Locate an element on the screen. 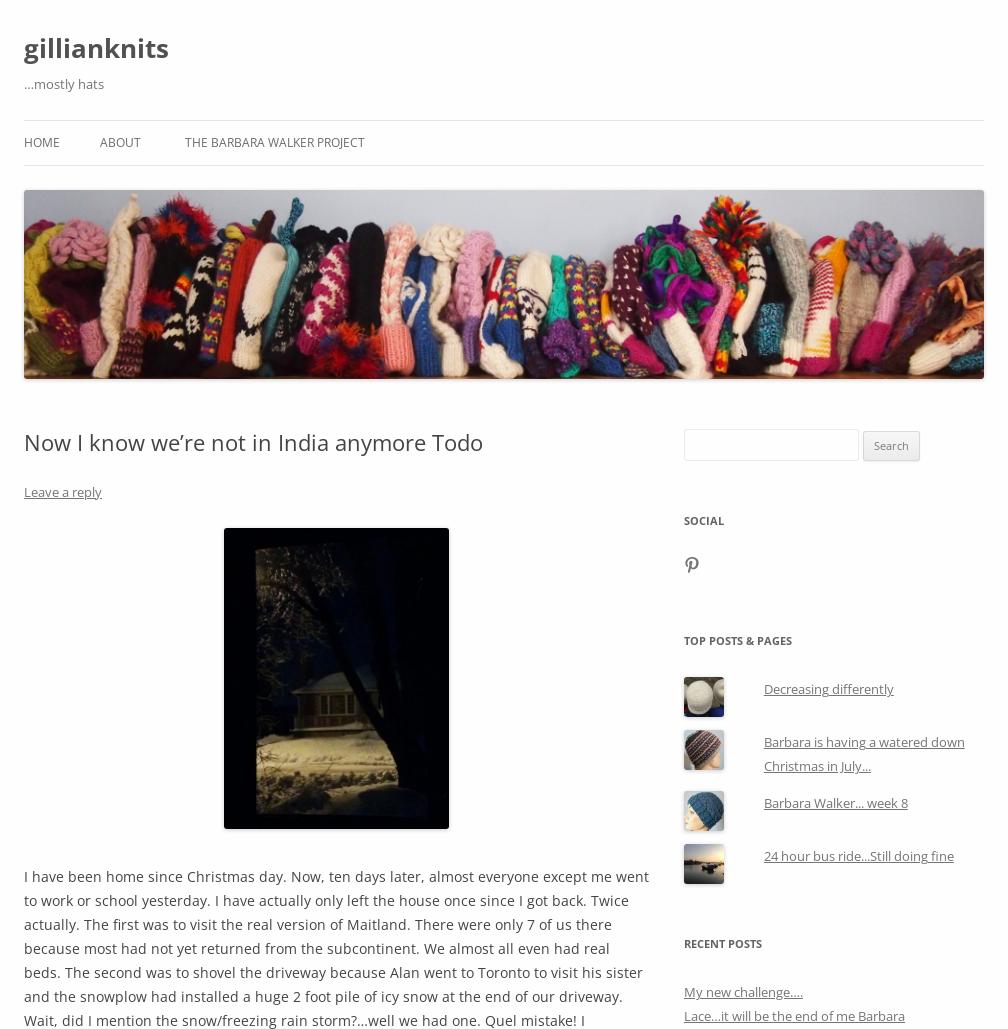  'Barbara Walker... week 8' is located at coordinates (835, 803).